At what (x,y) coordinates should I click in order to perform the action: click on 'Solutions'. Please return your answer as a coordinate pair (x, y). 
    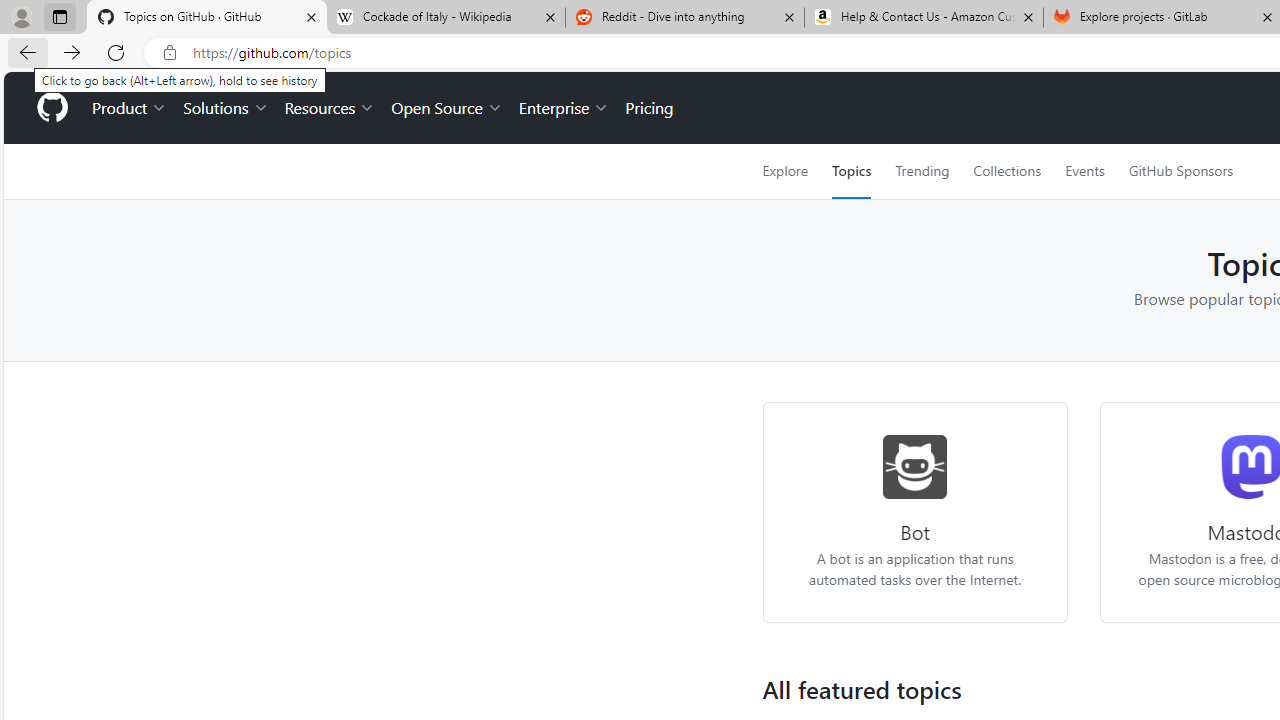
    Looking at the image, I should click on (225, 108).